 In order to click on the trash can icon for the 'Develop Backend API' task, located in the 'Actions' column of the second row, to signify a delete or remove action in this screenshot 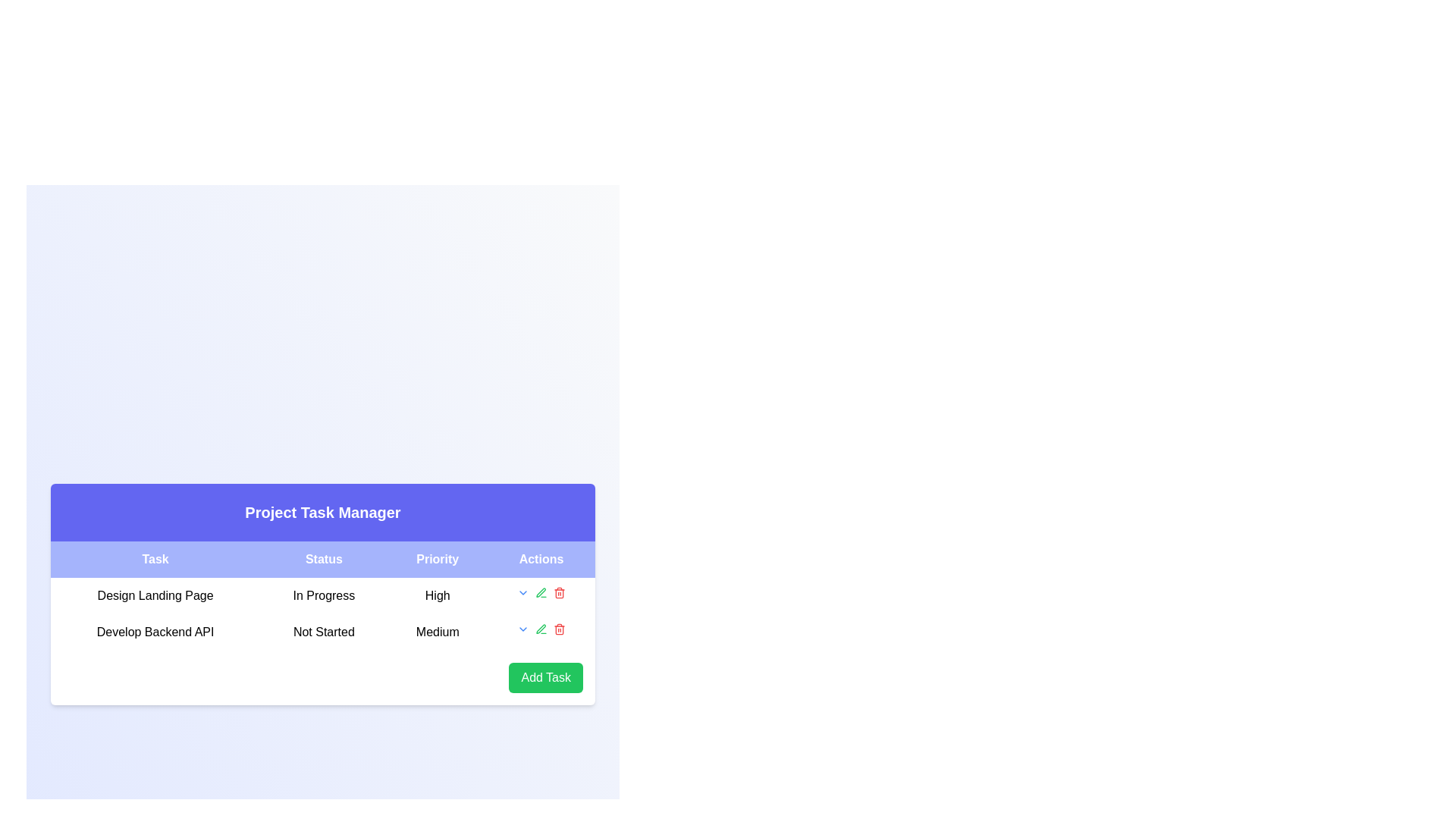, I will do `click(559, 593)`.